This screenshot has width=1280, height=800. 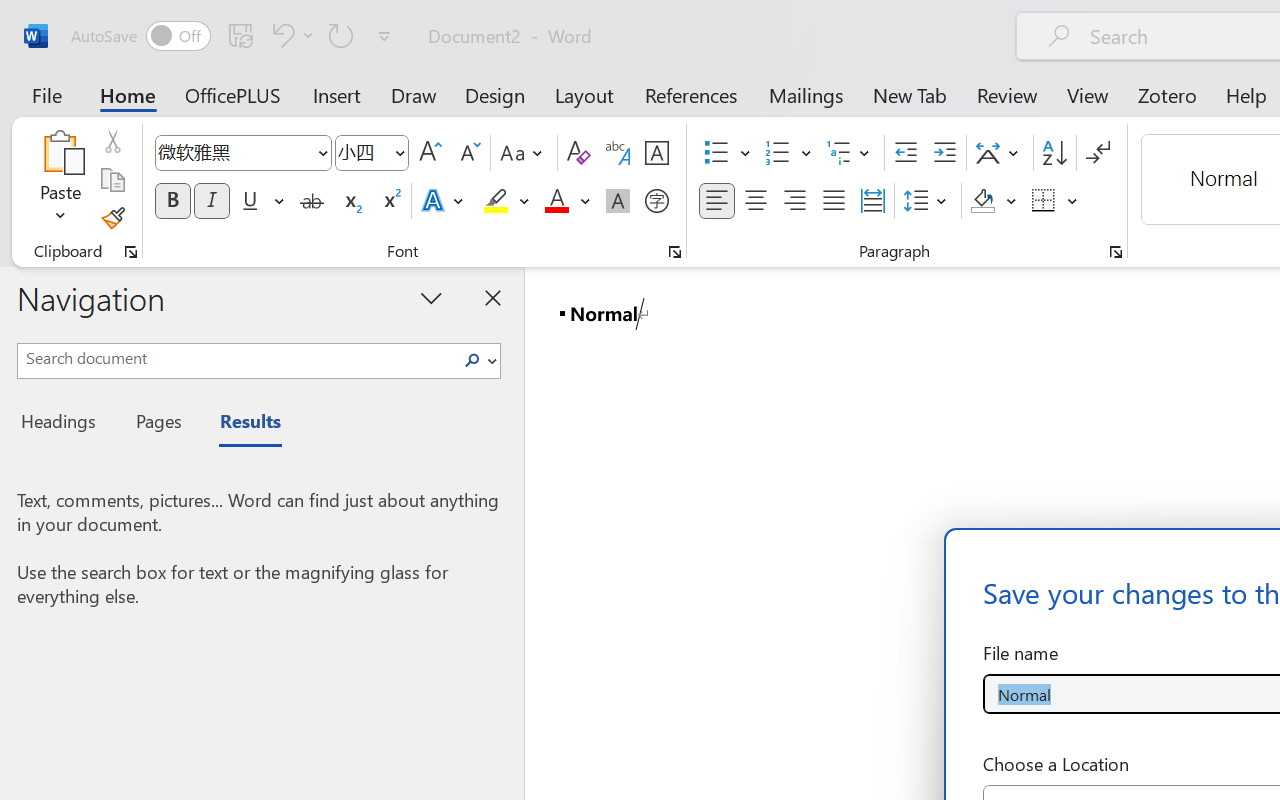 What do you see at coordinates (311, 201) in the screenshot?
I see `'Strikethrough'` at bounding box center [311, 201].